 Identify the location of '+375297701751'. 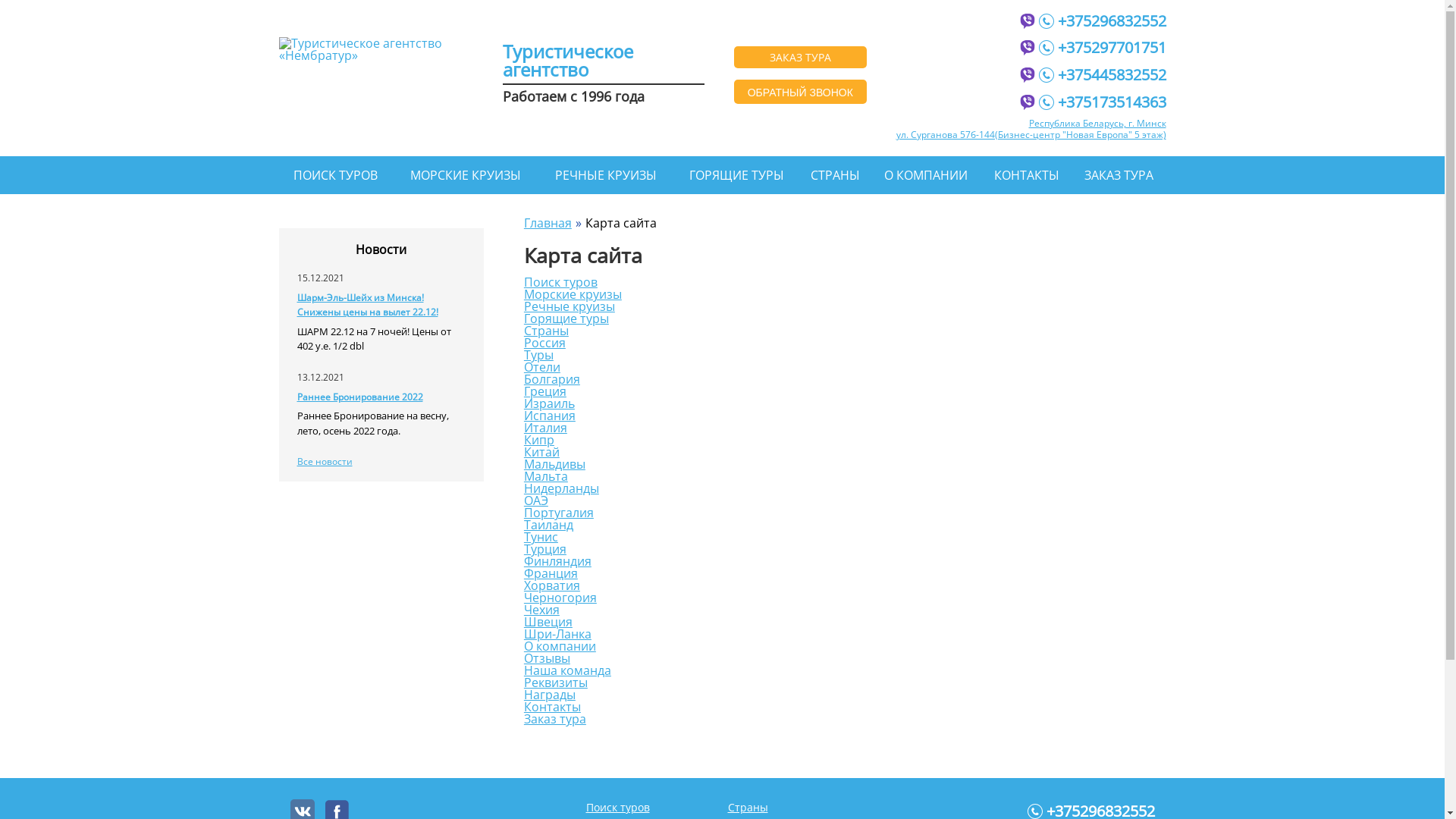
(1037, 45).